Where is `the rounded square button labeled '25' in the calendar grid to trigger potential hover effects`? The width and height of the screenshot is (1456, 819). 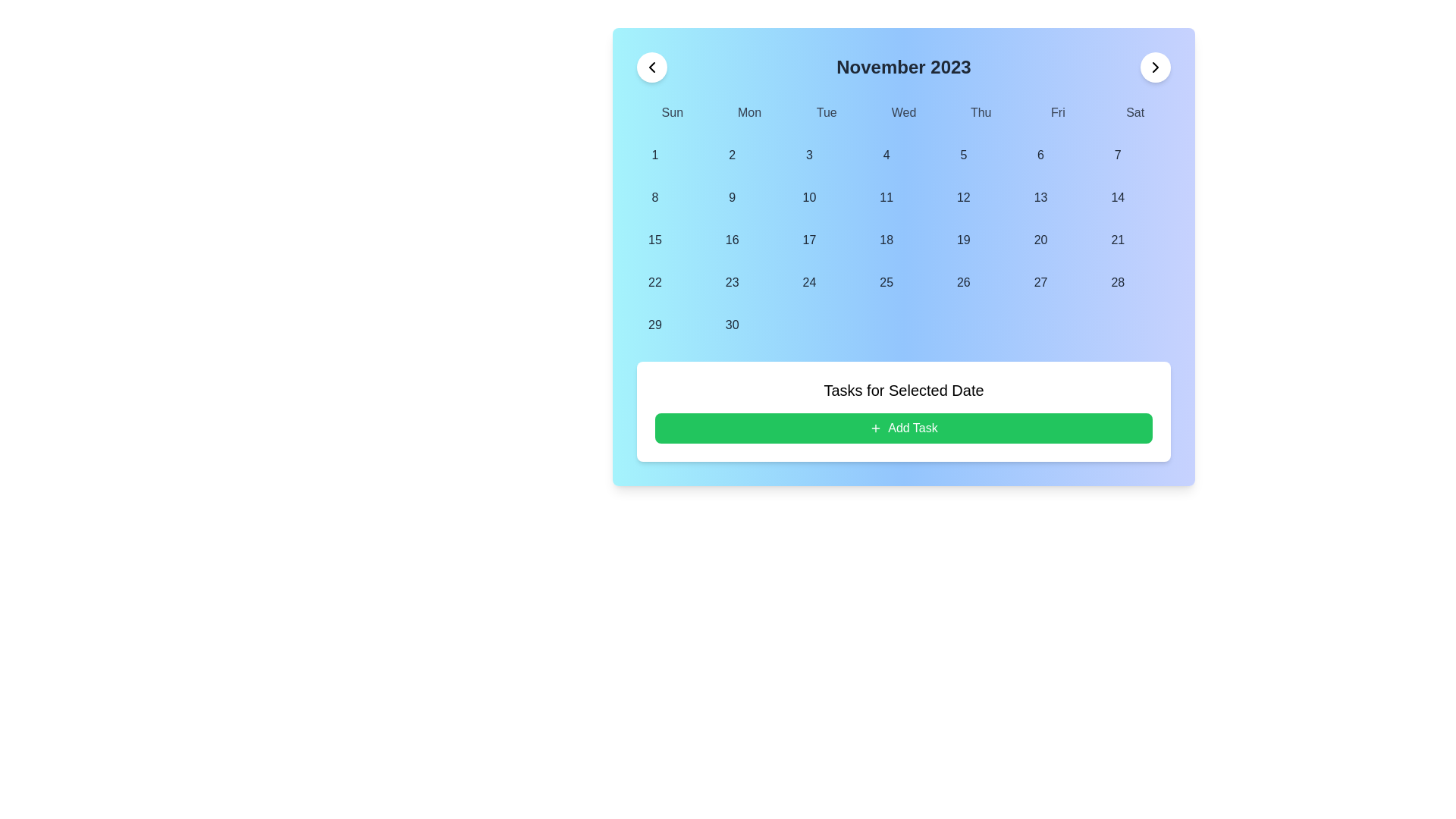 the rounded square button labeled '25' in the calendar grid to trigger potential hover effects is located at coordinates (886, 283).